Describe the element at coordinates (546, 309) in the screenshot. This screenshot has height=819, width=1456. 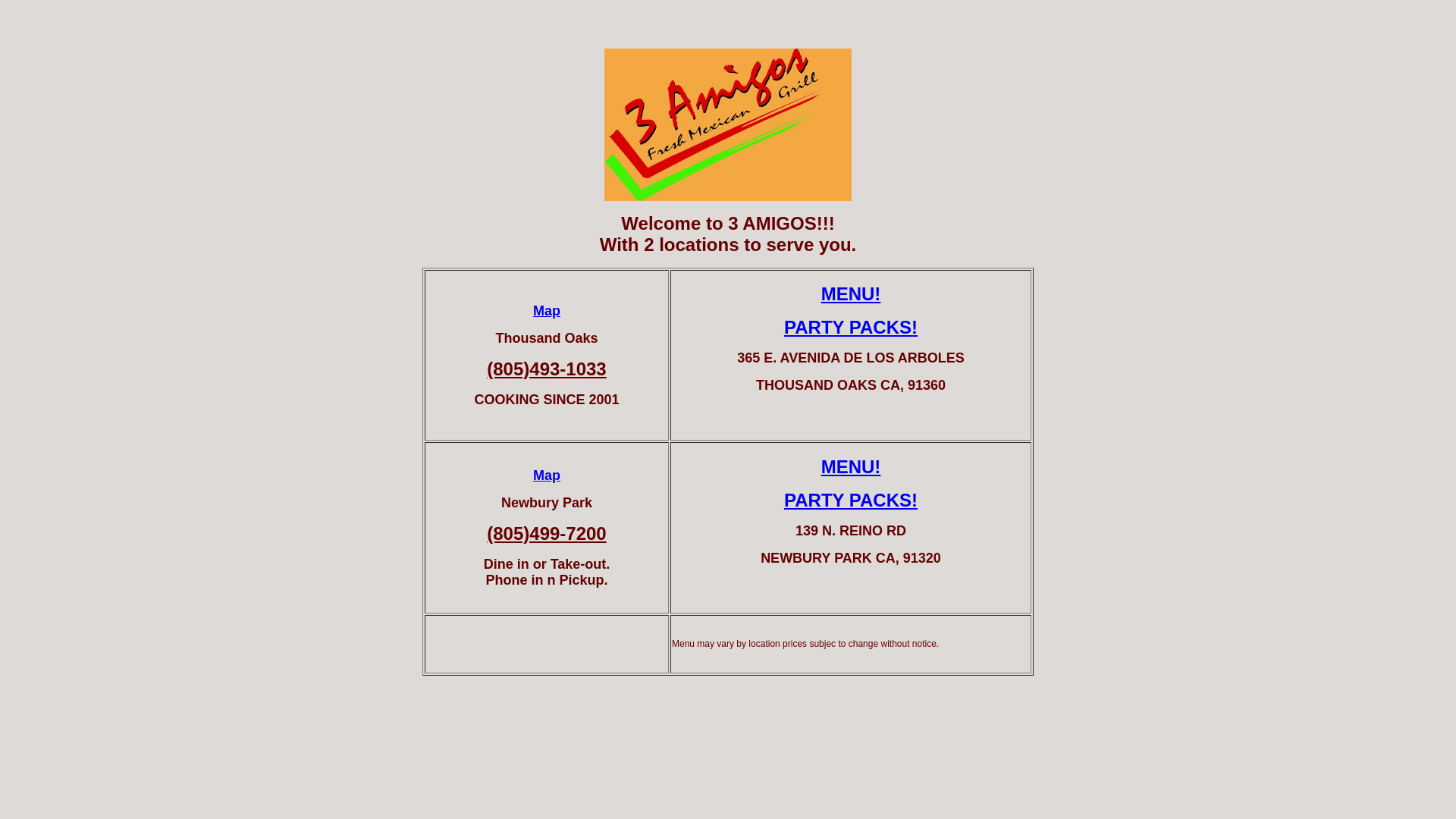
I see `'Map'` at that location.